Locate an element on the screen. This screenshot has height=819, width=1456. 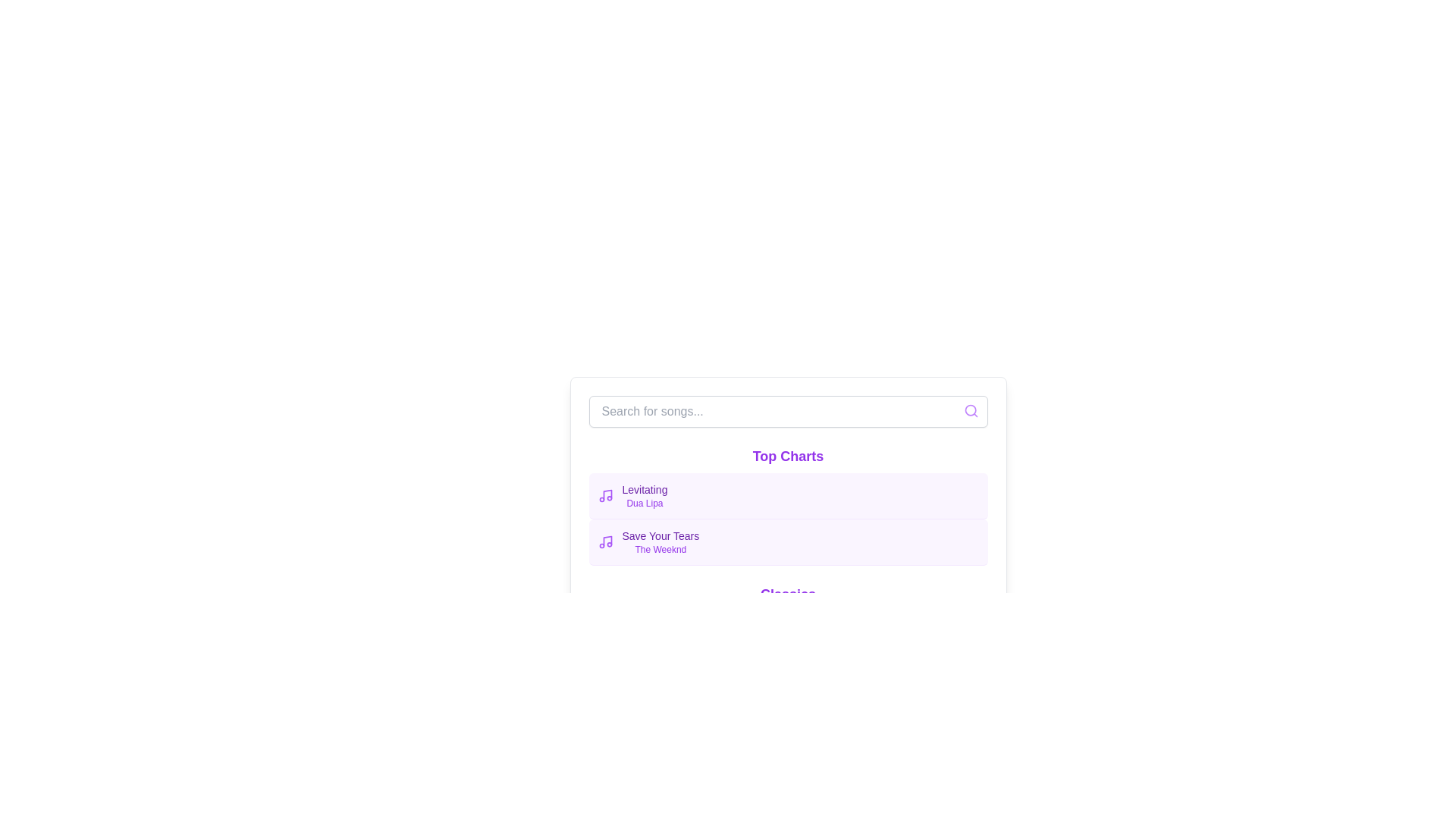
the second card in the music chart display with a light purple background and the song title 'Save Your Tears' is located at coordinates (788, 541).